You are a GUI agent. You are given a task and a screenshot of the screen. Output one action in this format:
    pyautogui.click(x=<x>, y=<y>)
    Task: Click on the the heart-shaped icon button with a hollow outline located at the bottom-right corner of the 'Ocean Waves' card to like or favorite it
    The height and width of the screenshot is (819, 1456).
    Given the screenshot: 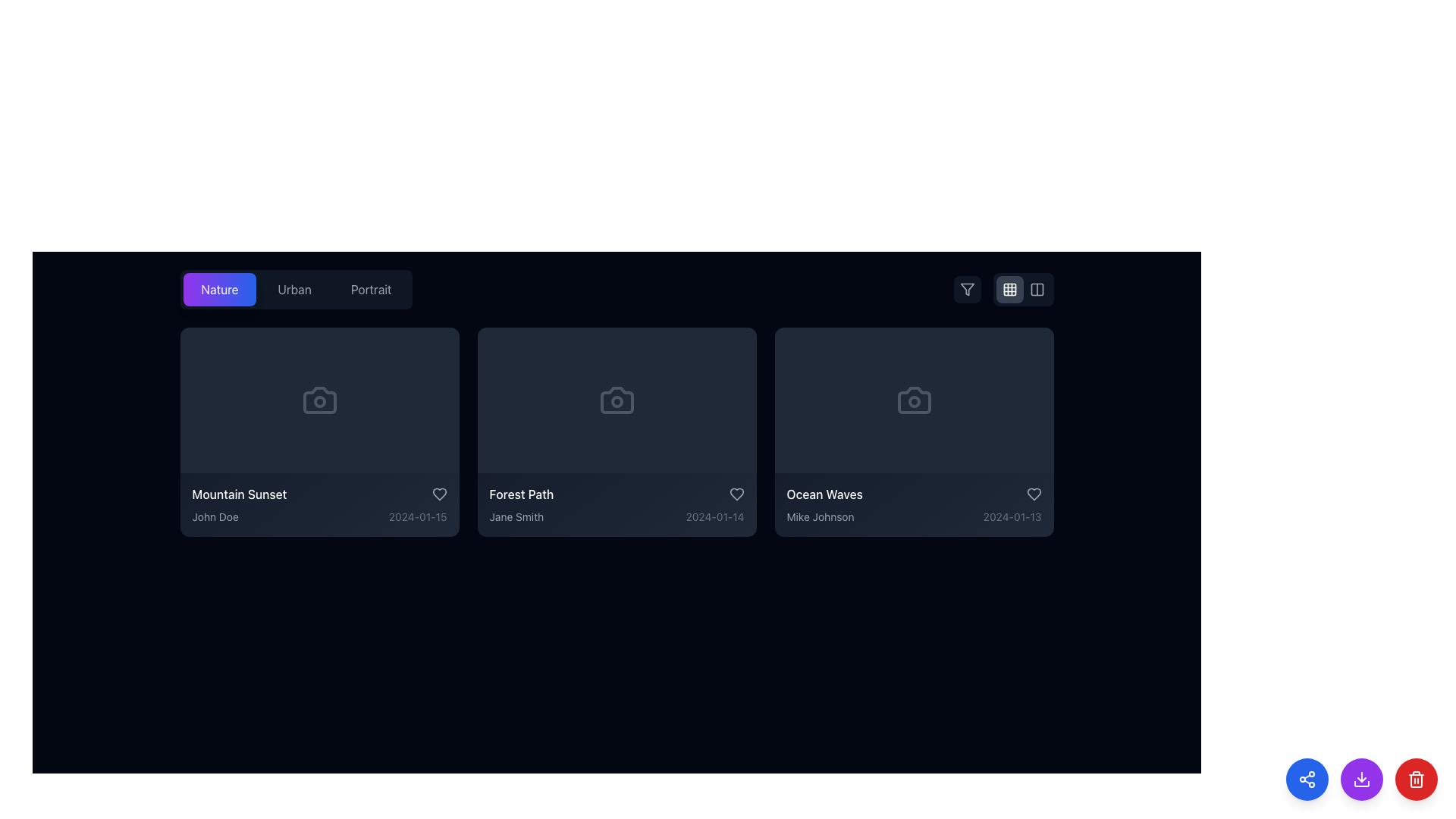 What is the action you would take?
    pyautogui.click(x=1033, y=494)
    